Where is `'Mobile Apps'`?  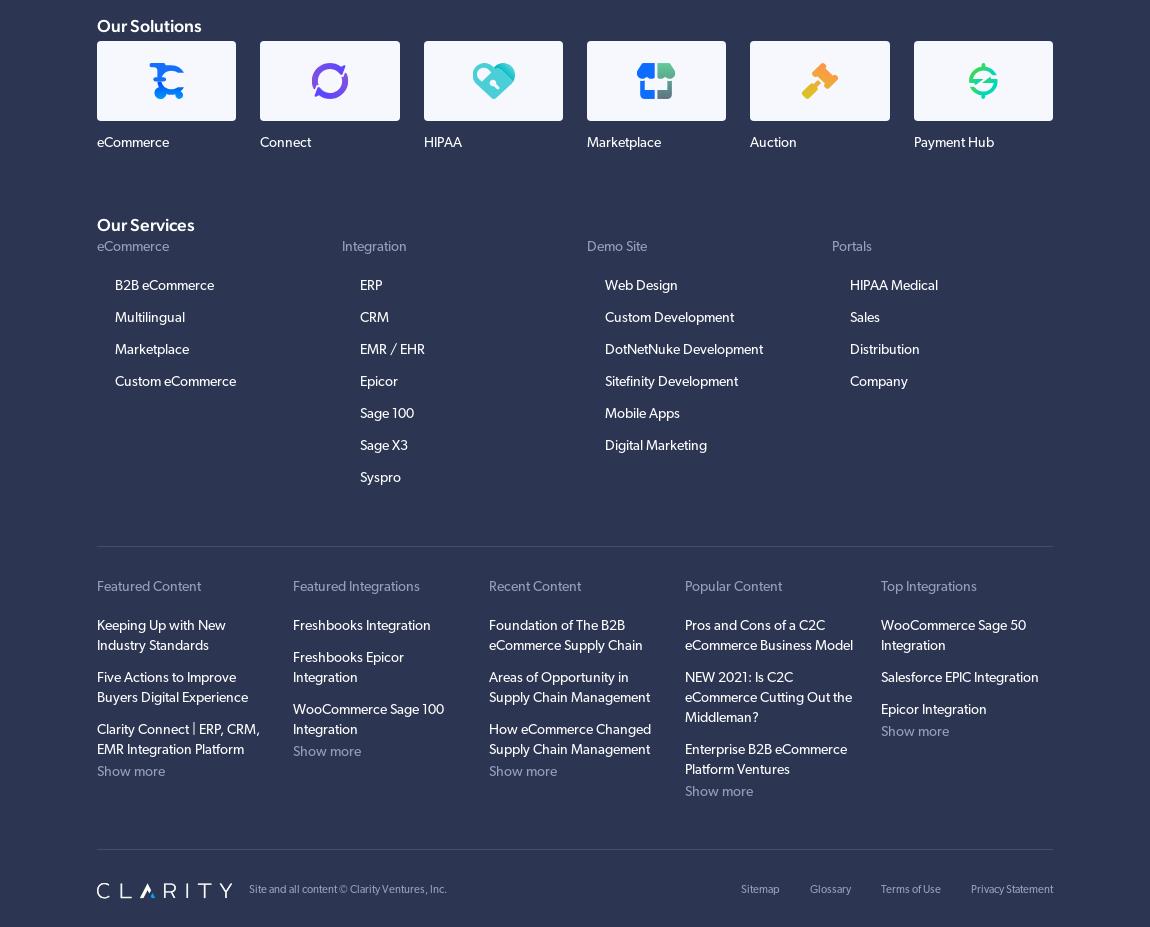
'Mobile Apps' is located at coordinates (641, 412).